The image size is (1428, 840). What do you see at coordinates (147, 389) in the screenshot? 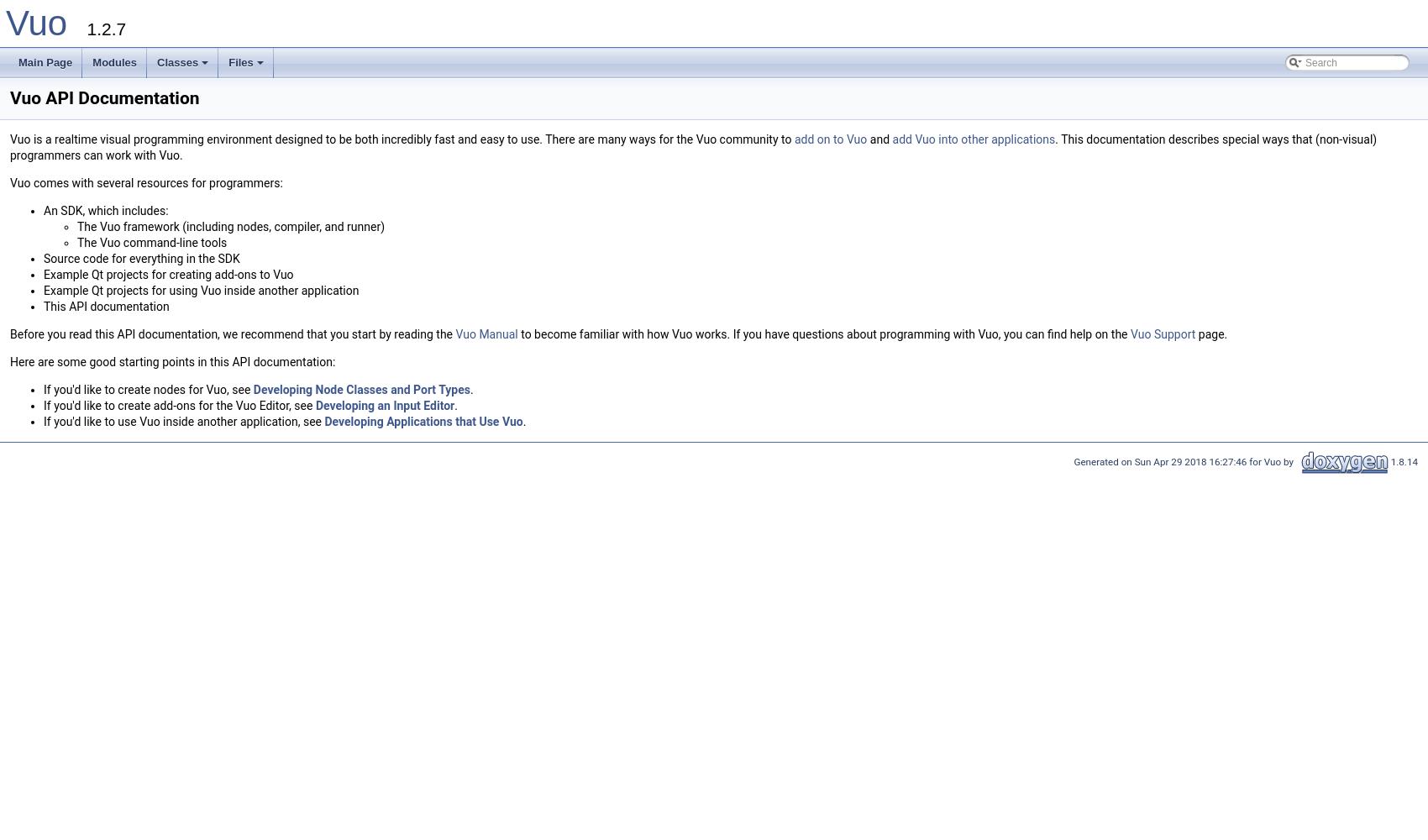
I see `'If you'd like to create nodes for Vuo, see'` at bounding box center [147, 389].